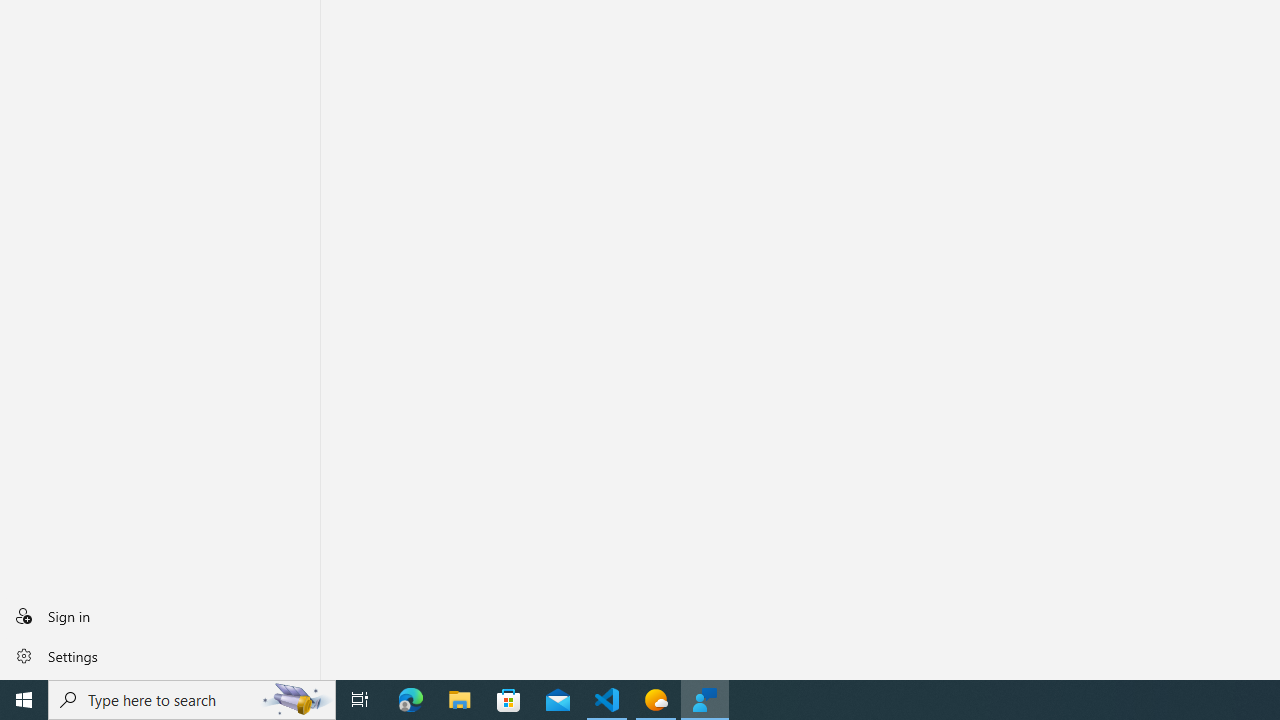 This screenshot has width=1280, height=720. Describe the element at coordinates (160, 655) in the screenshot. I see `'Settings'` at that location.